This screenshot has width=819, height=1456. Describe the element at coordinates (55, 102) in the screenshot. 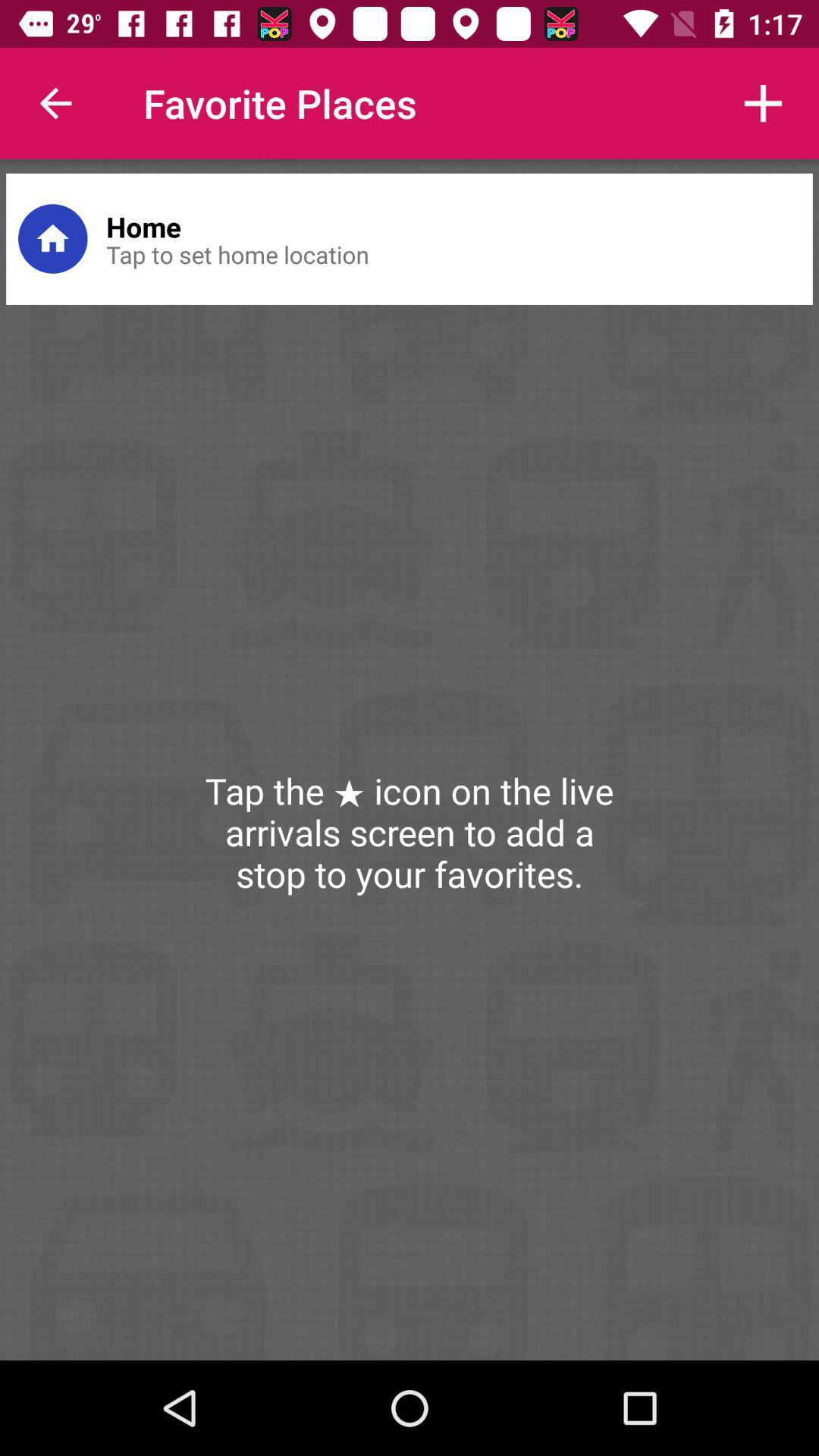

I see `icon to the left of the favorite places item` at that location.